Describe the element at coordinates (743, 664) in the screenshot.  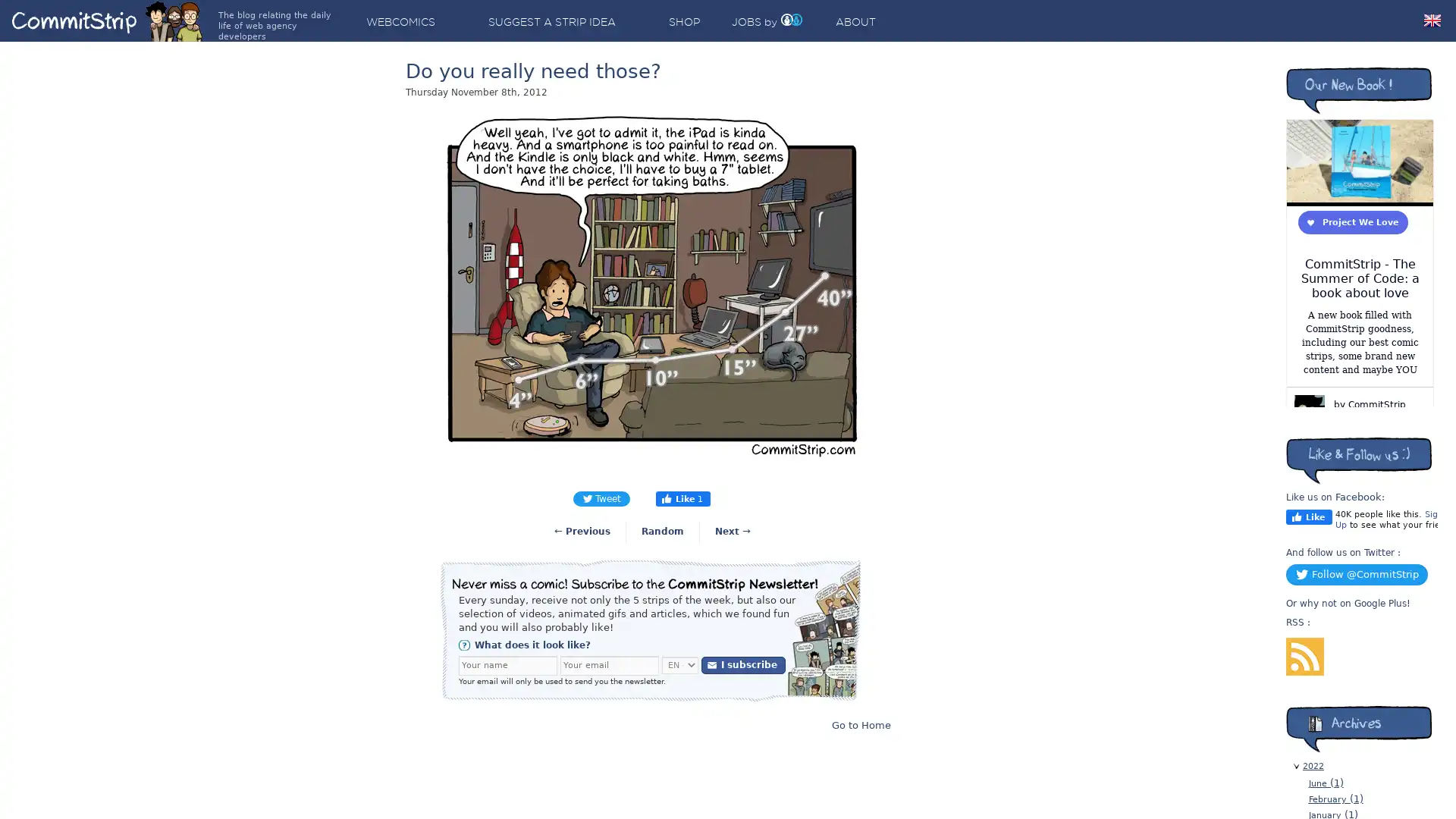
I see `I subscribe` at that location.